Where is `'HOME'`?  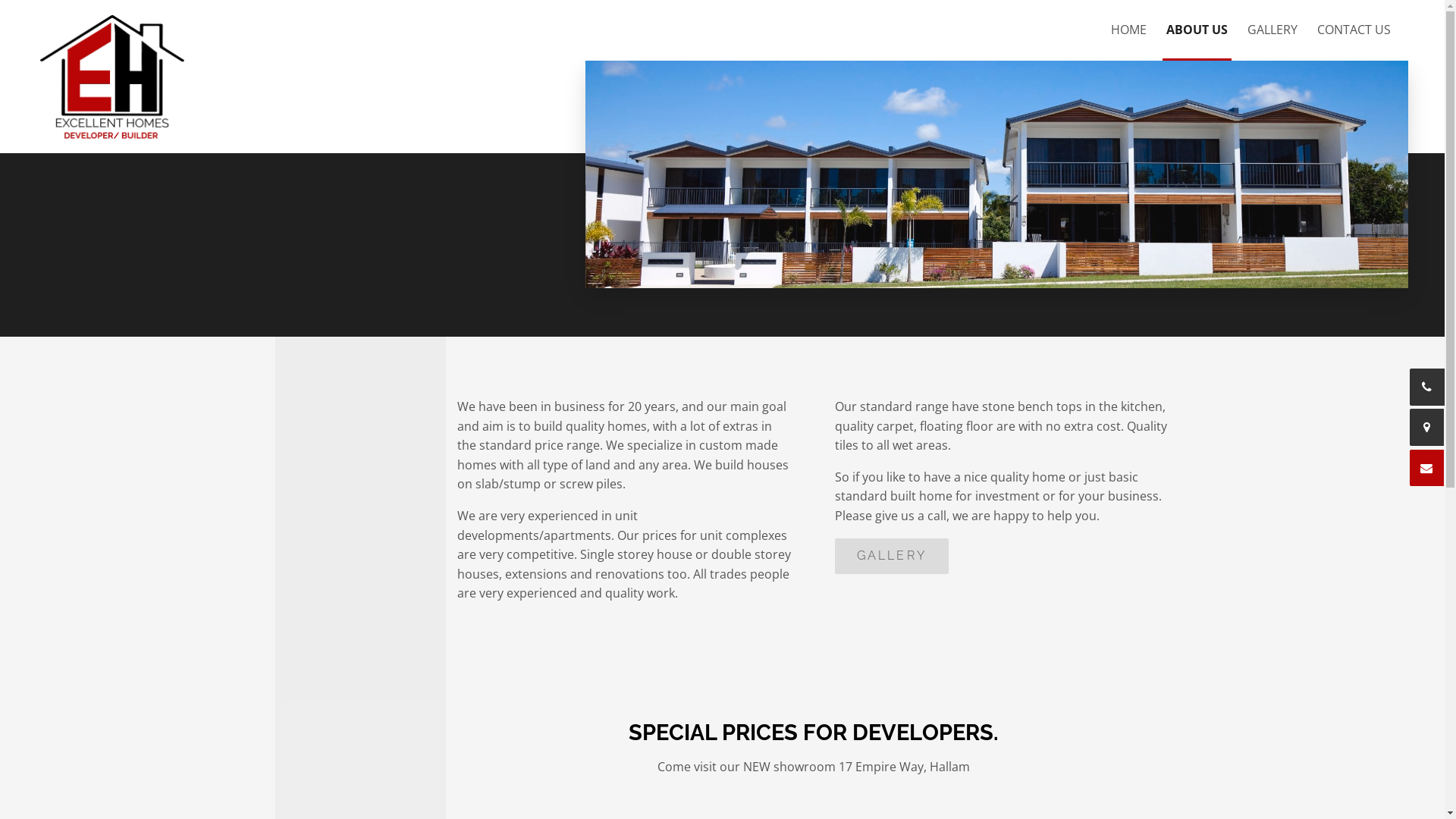
'HOME' is located at coordinates (1128, 30).